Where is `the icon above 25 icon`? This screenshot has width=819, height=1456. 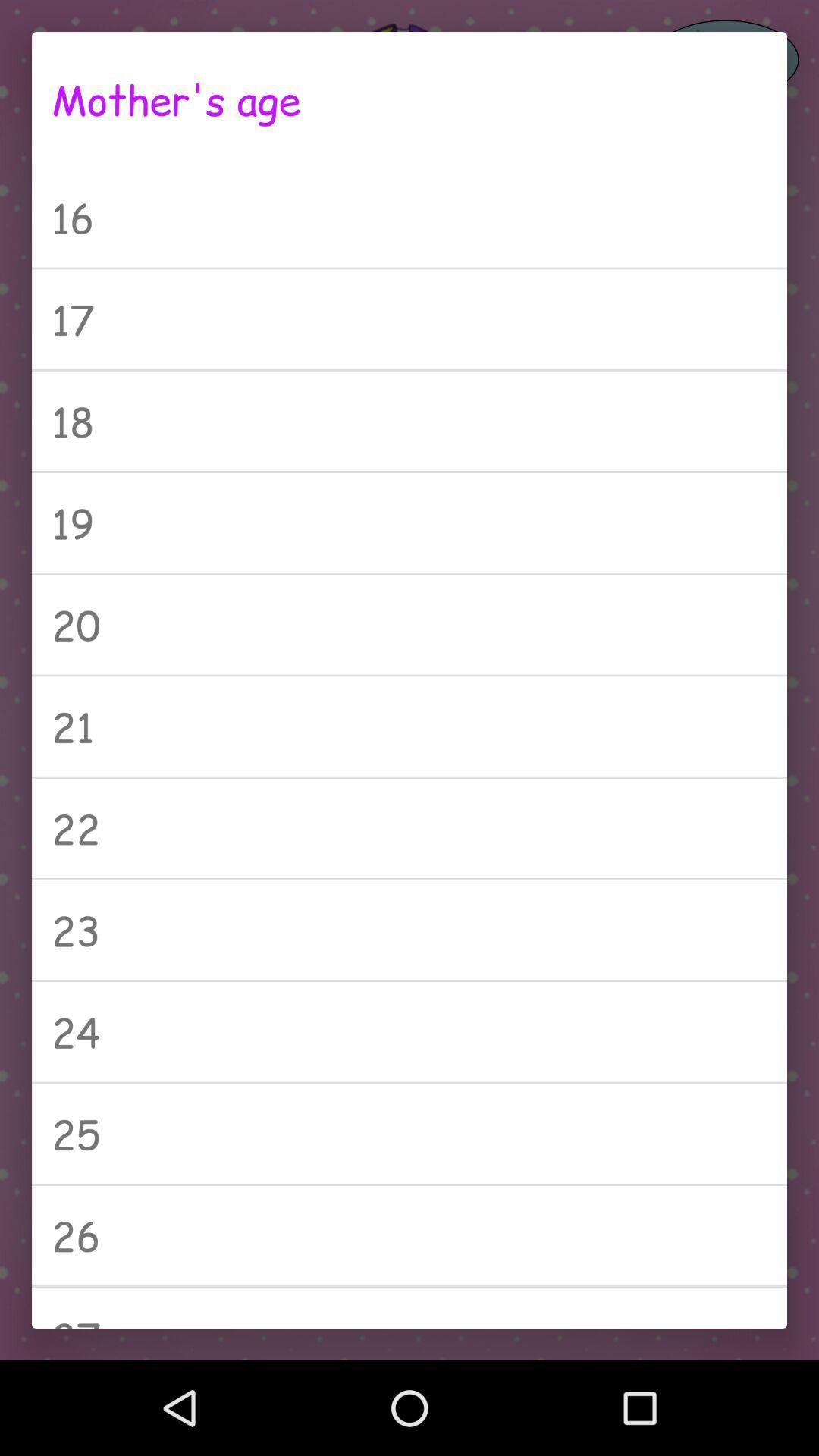 the icon above 25 icon is located at coordinates (409, 1031).